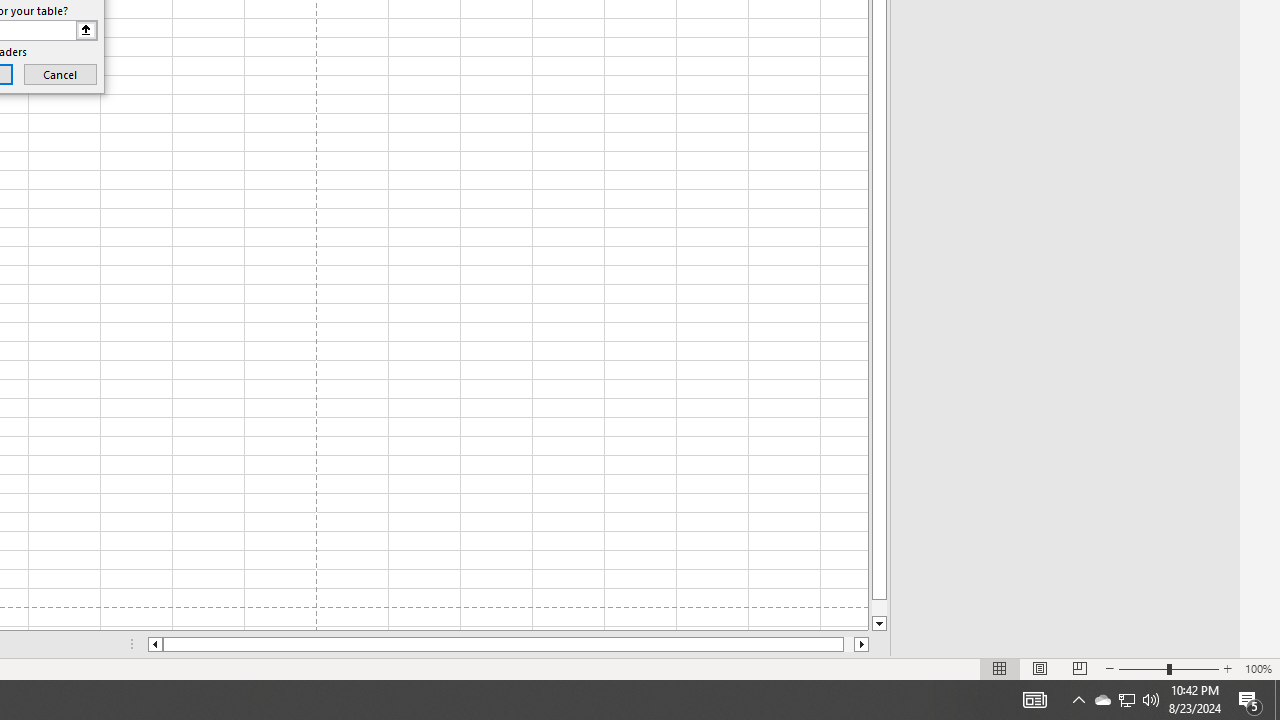 The image size is (1280, 720). Describe the element at coordinates (153, 644) in the screenshot. I see `'Column left'` at that location.